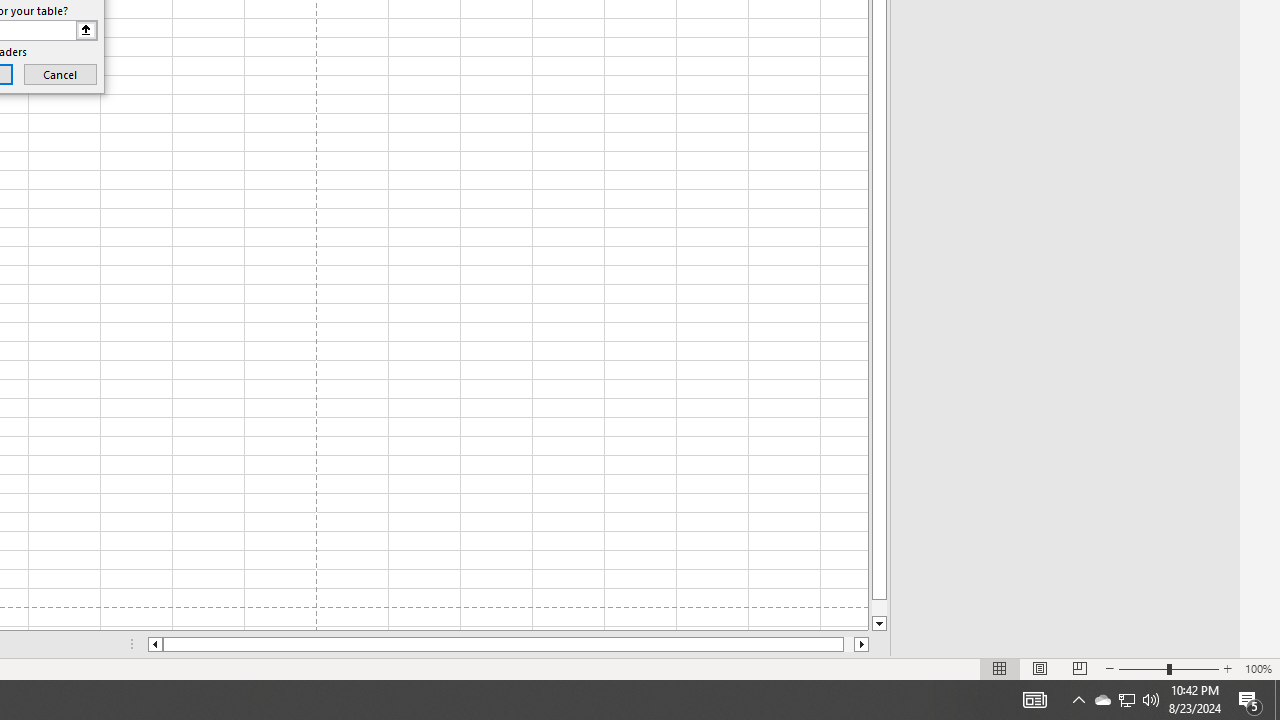 The image size is (1280, 720). Describe the element at coordinates (153, 644) in the screenshot. I see `'Column left'` at that location.